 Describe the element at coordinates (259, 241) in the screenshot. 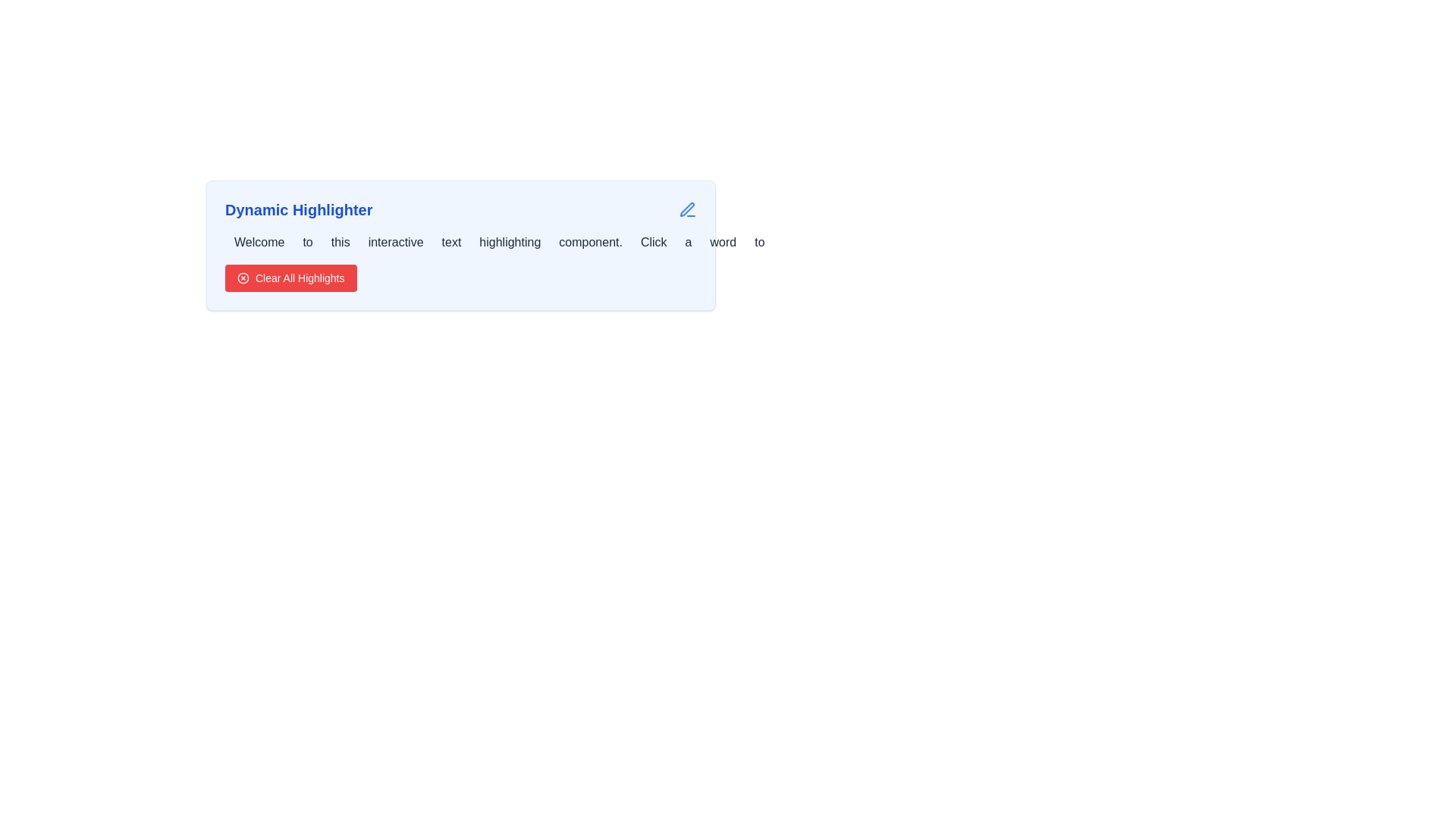

I see `the interactive highlightable component element labeled 'Welcome'` at that location.